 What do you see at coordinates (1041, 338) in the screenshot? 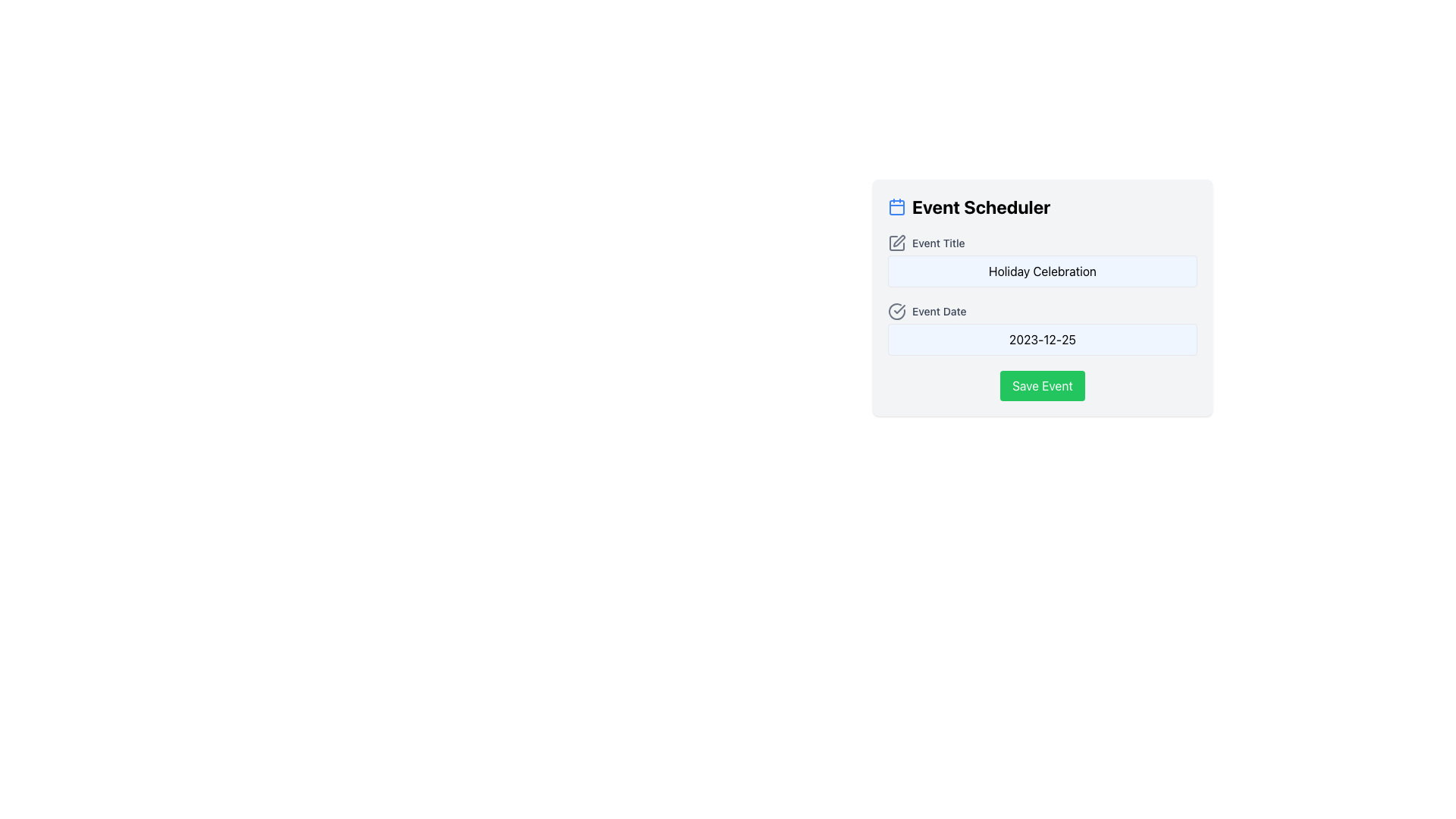
I see `the static display element that shows the date '2023-12-25', located beneath the 'Event Date' label in the 'Event Scheduler' section` at bounding box center [1041, 338].